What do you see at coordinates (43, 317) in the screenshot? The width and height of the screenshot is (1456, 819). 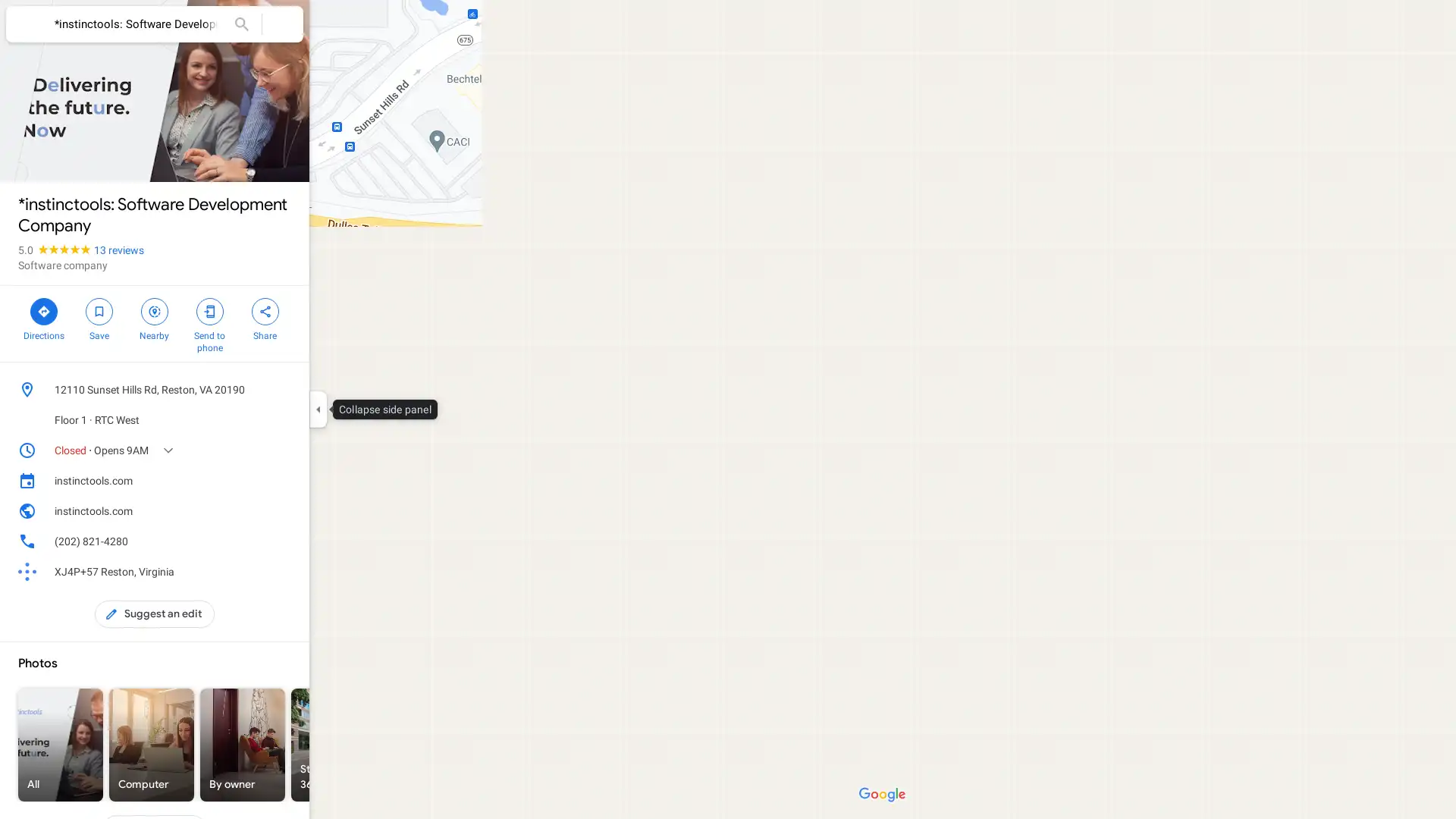 I see `Directions to *instinctools: Software Development Company` at bounding box center [43, 317].